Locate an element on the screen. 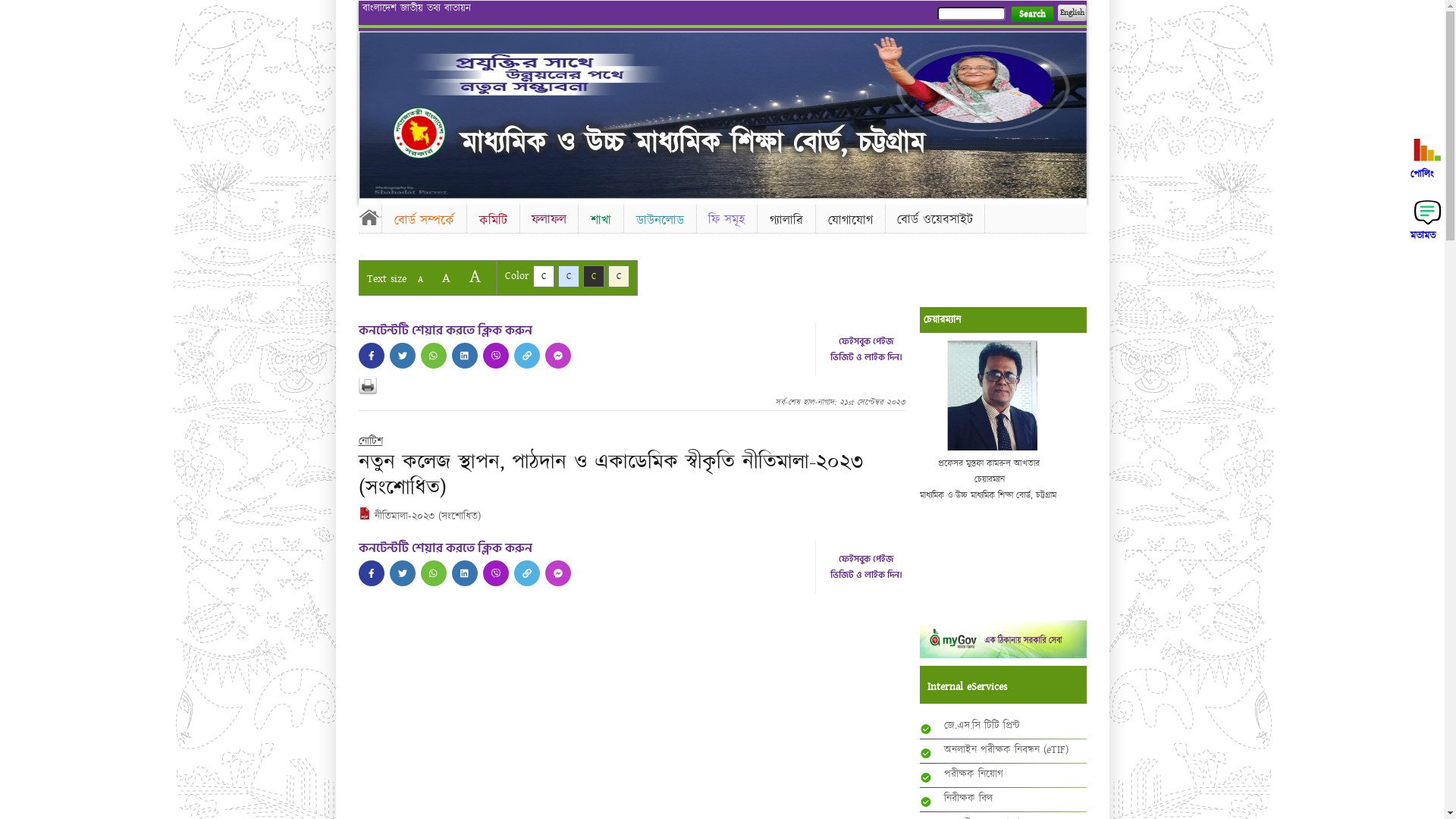 The width and height of the screenshot is (1456, 819). 'Home' is located at coordinates (419, 131).